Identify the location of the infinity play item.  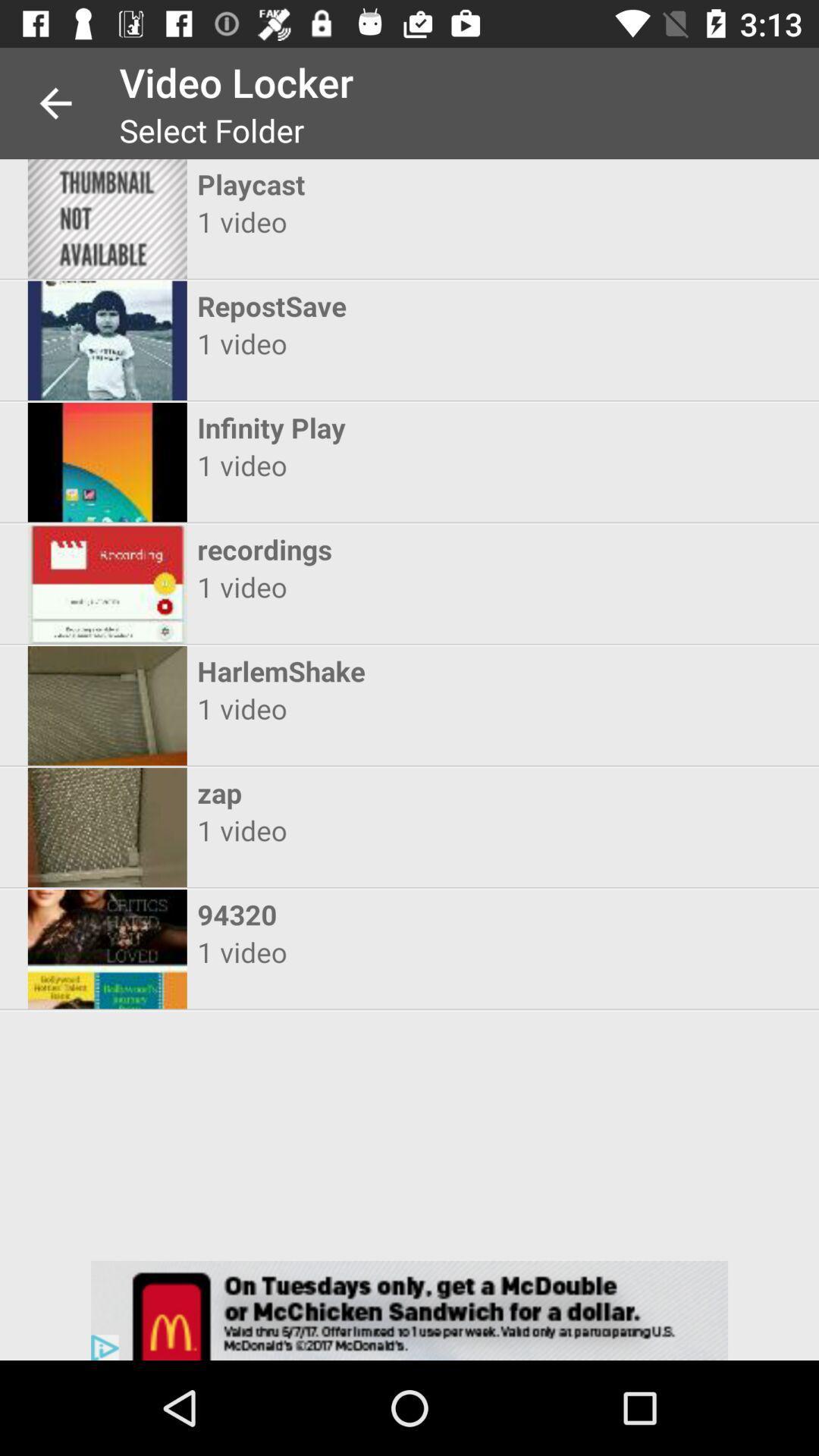
(395, 427).